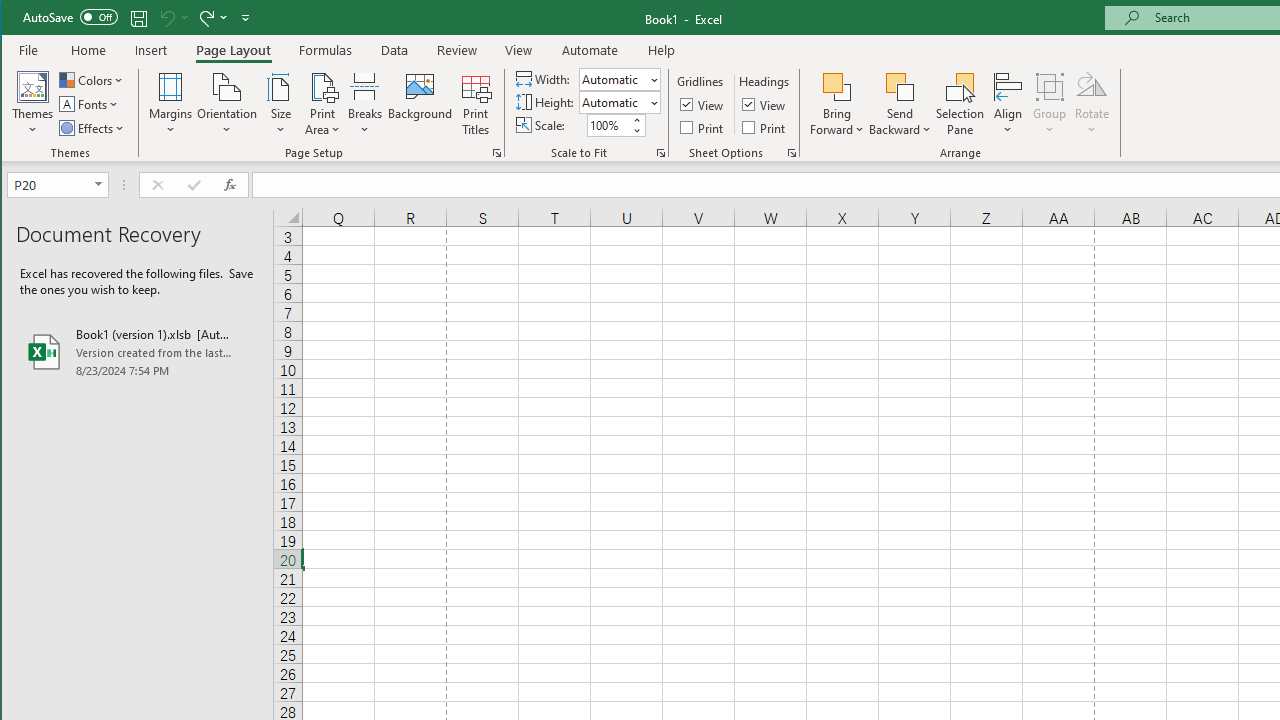  Describe the element at coordinates (474, 104) in the screenshot. I see `'Print Titles'` at that location.